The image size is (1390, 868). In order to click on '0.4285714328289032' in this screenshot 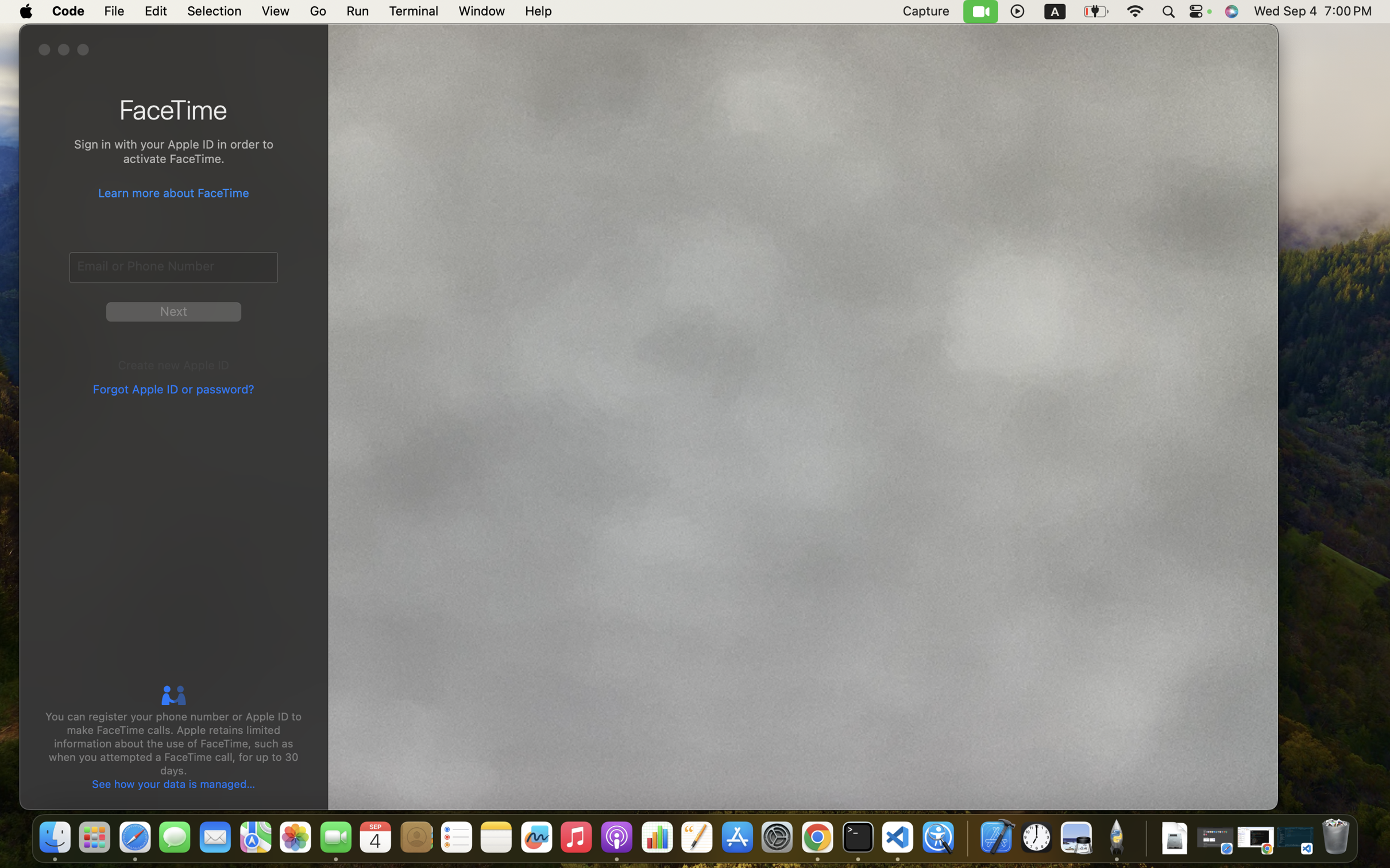, I will do `click(966, 838)`.